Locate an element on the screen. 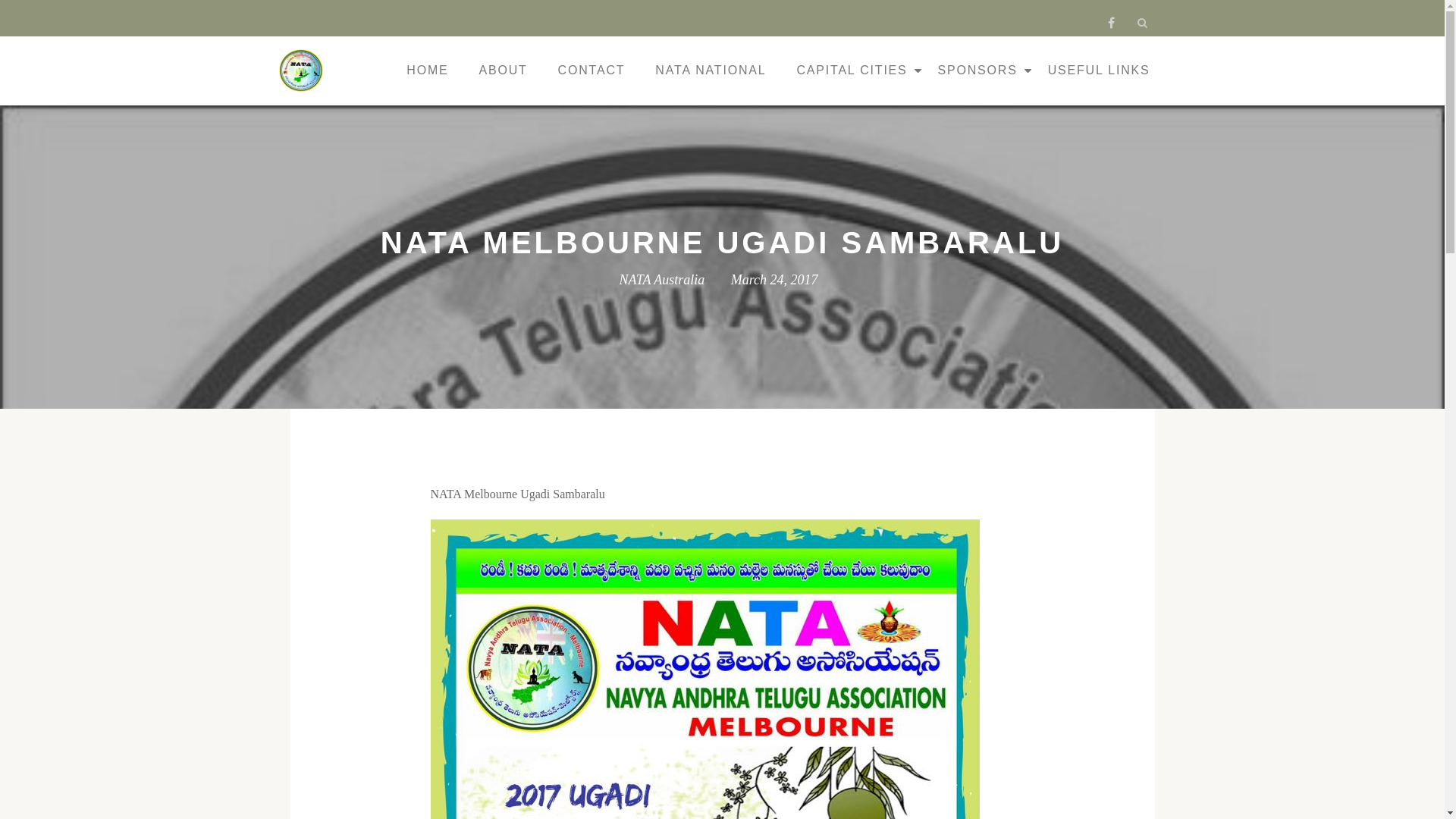  'fa-facebook' is located at coordinates (1103, 26).